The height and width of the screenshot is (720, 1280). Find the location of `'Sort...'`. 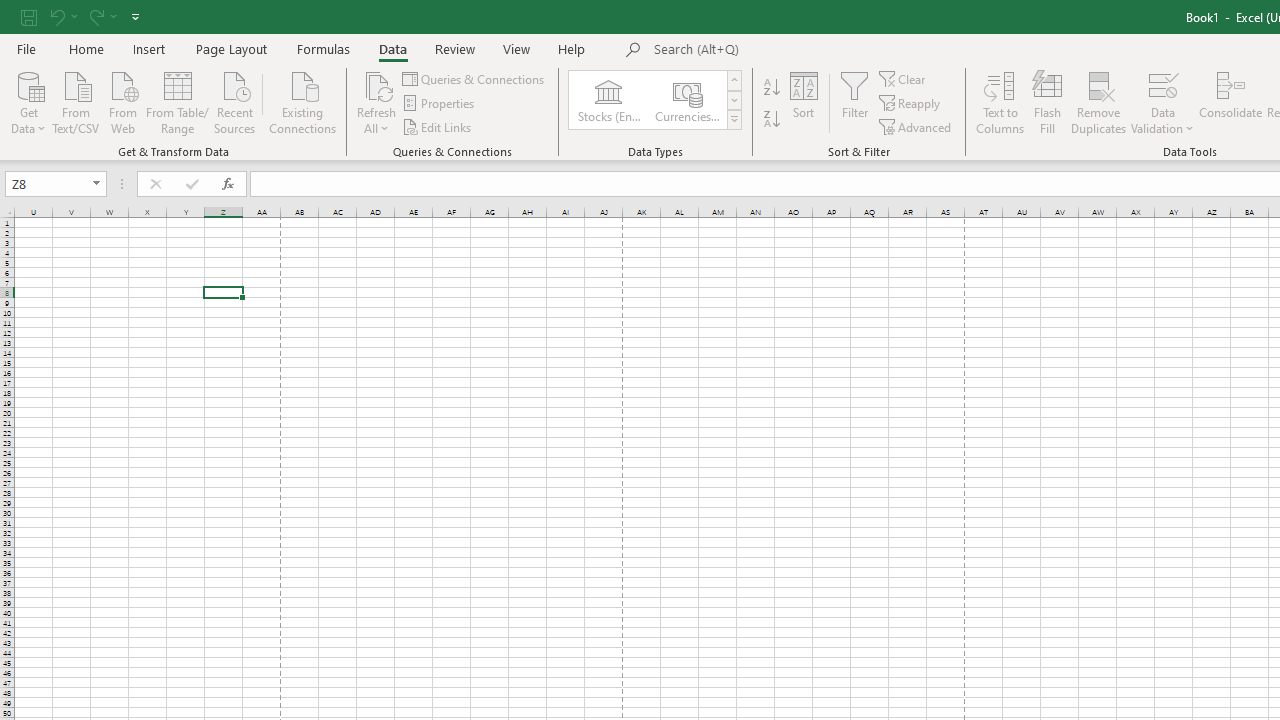

'Sort...' is located at coordinates (804, 103).